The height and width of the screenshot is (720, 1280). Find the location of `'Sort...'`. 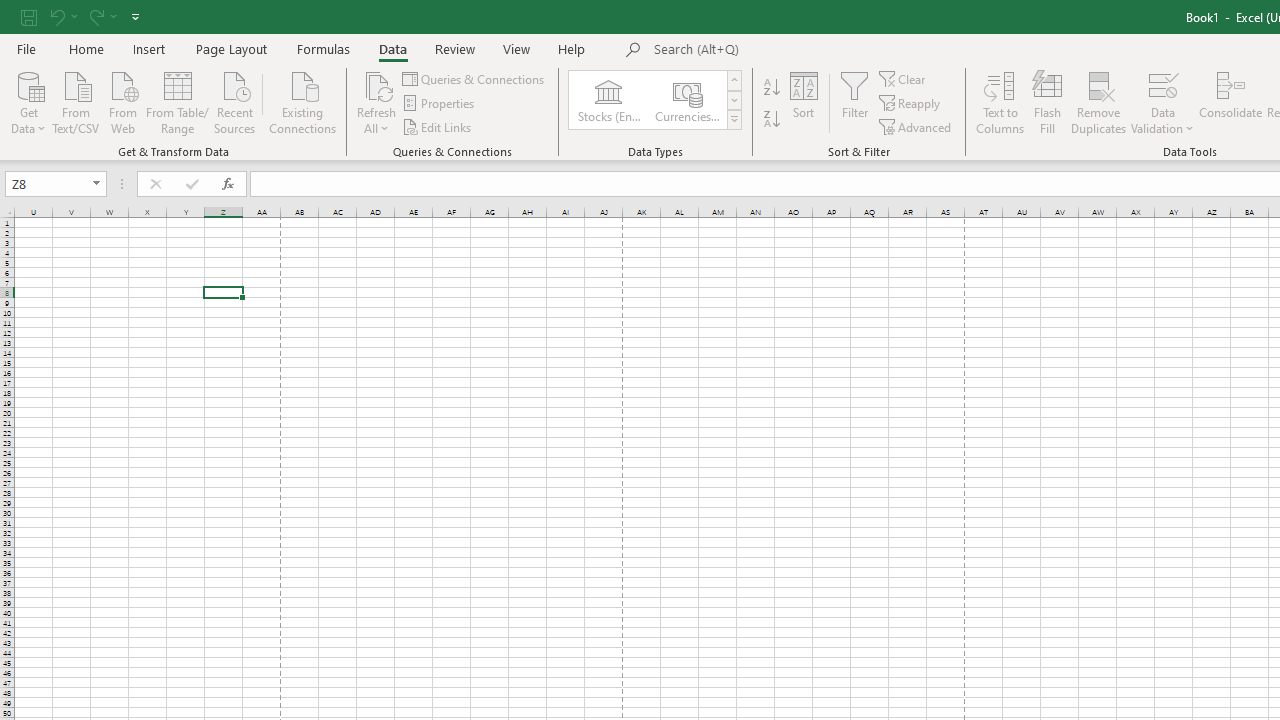

'Sort...' is located at coordinates (804, 103).